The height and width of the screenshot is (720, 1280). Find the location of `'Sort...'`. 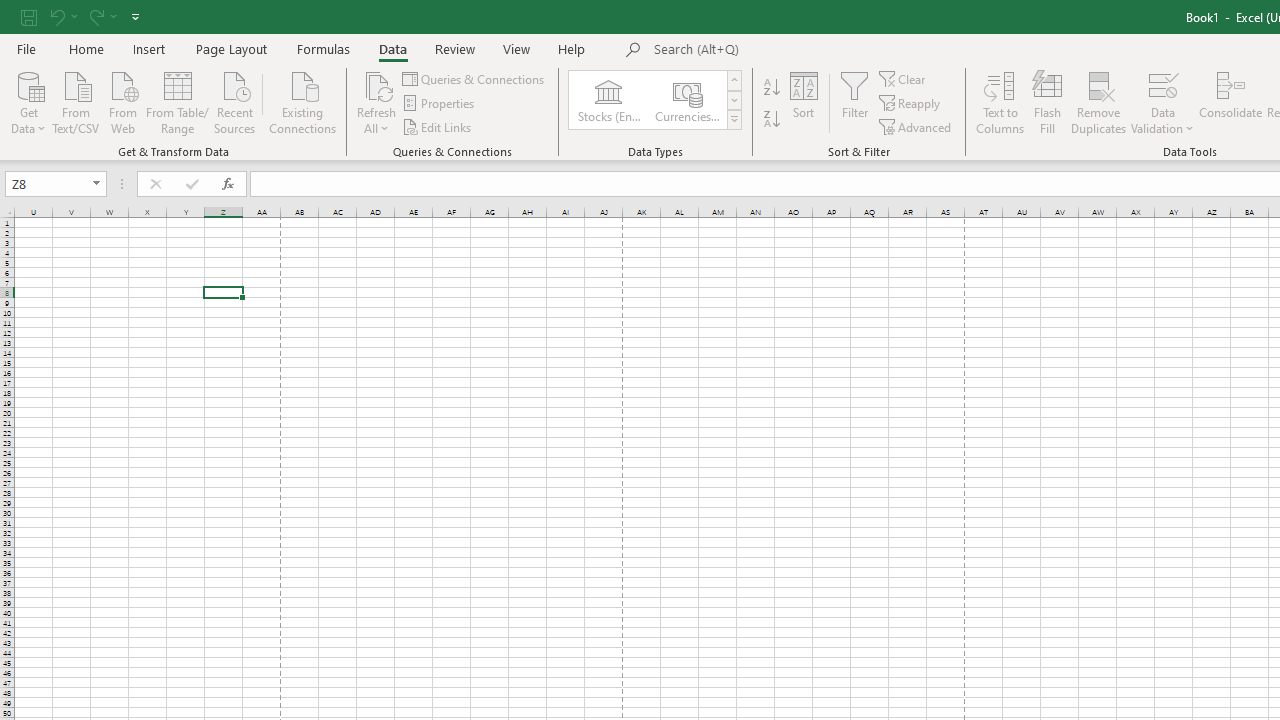

'Sort...' is located at coordinates (804, 103).